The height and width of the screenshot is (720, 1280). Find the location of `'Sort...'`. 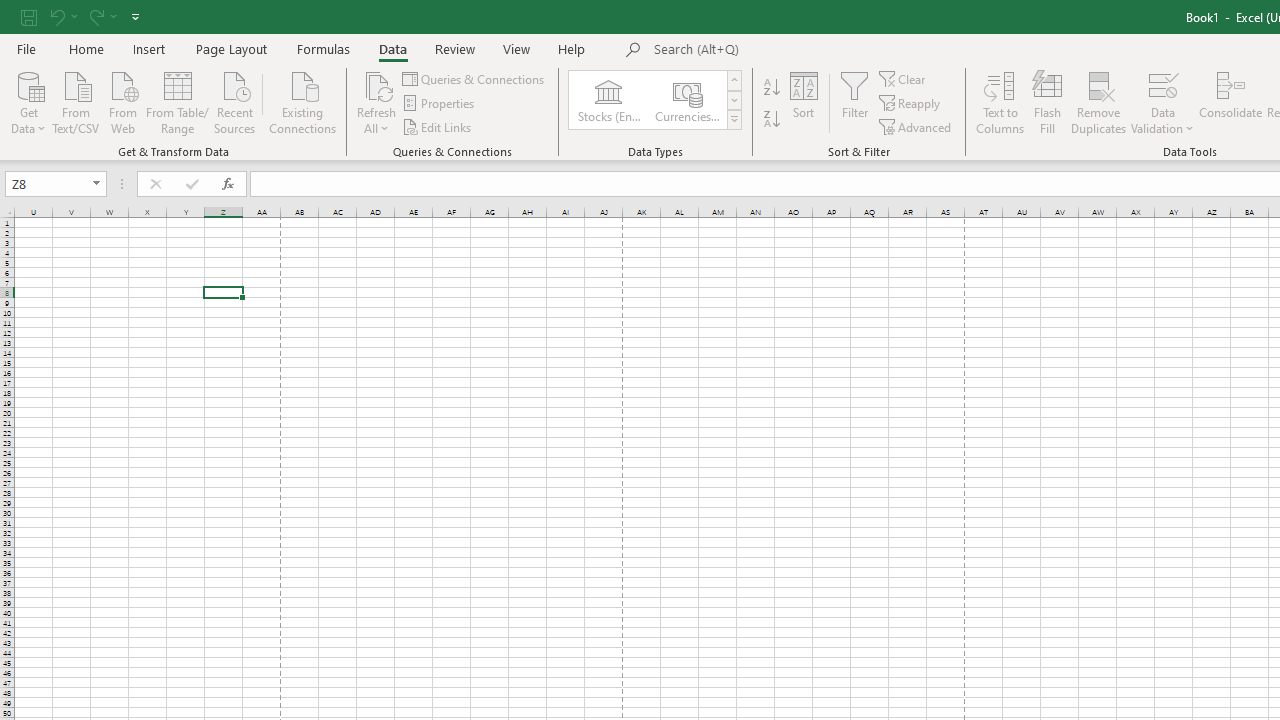

'Sort...' is located at coordinates (804, 103).